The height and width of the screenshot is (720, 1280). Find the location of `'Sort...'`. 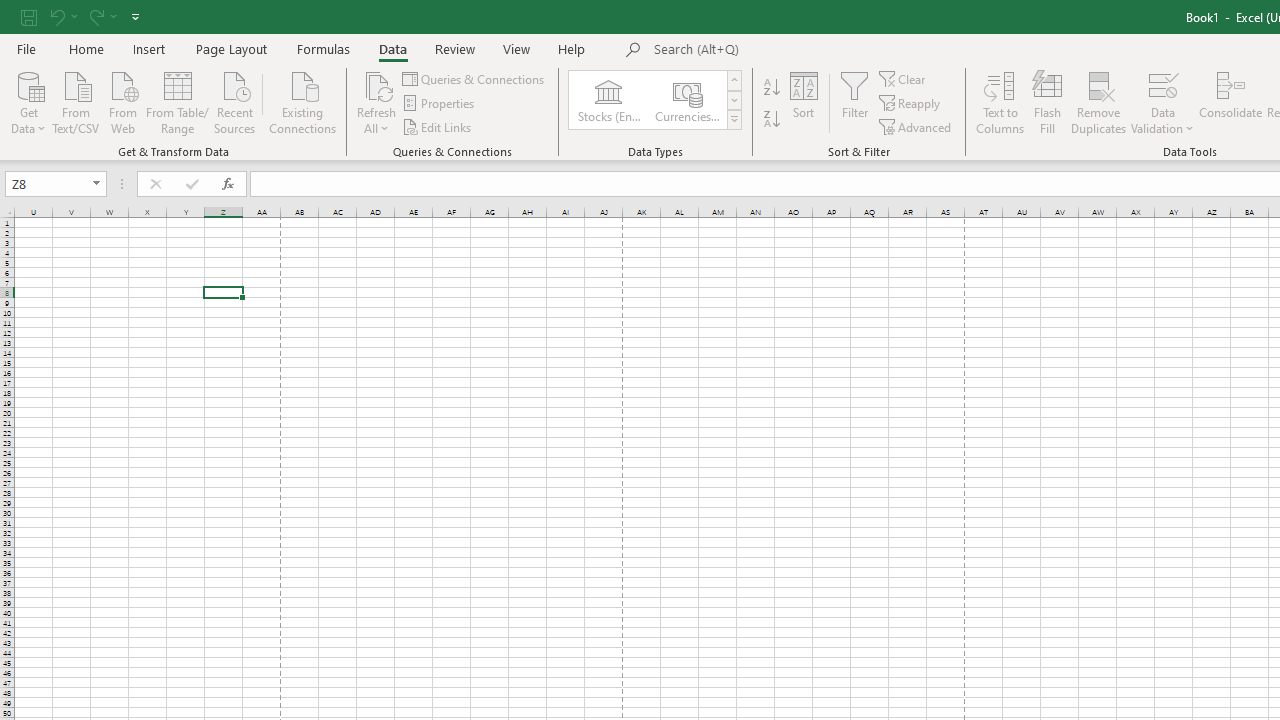

'Sort...' is located at coordinates (804, 103).